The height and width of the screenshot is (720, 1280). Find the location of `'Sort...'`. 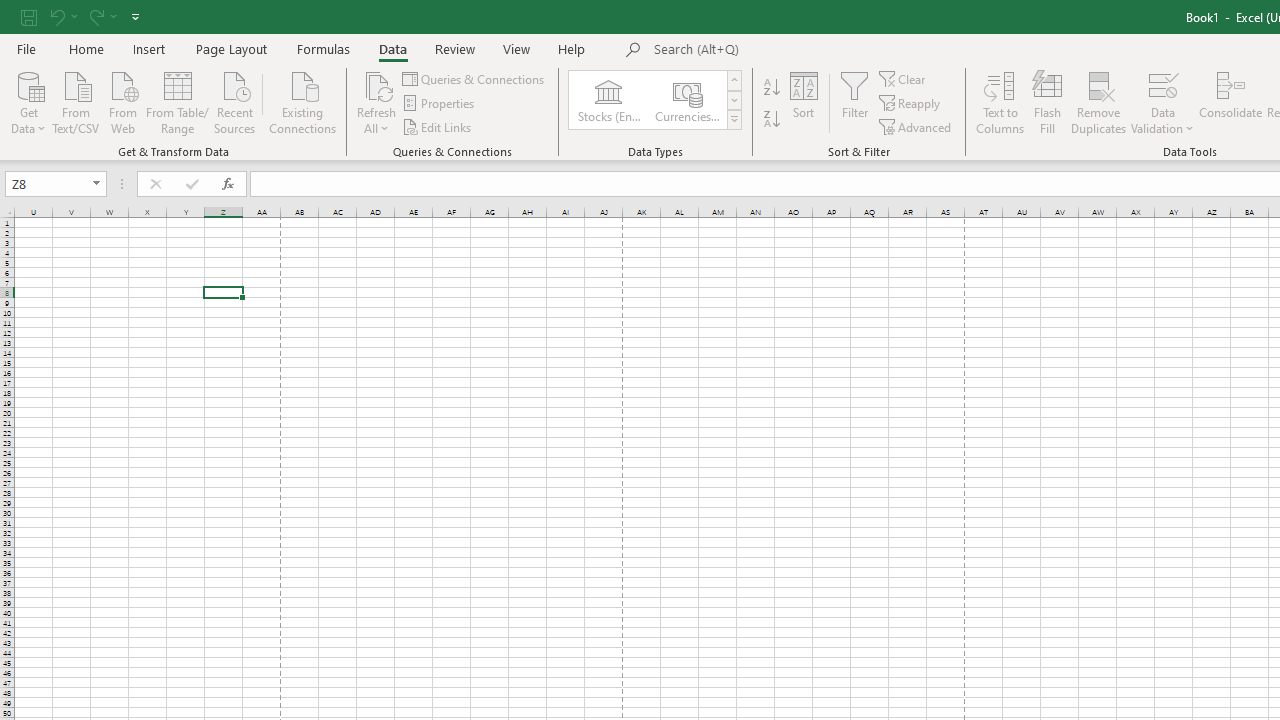

'Sort...' is located at coordinates (804, 103).